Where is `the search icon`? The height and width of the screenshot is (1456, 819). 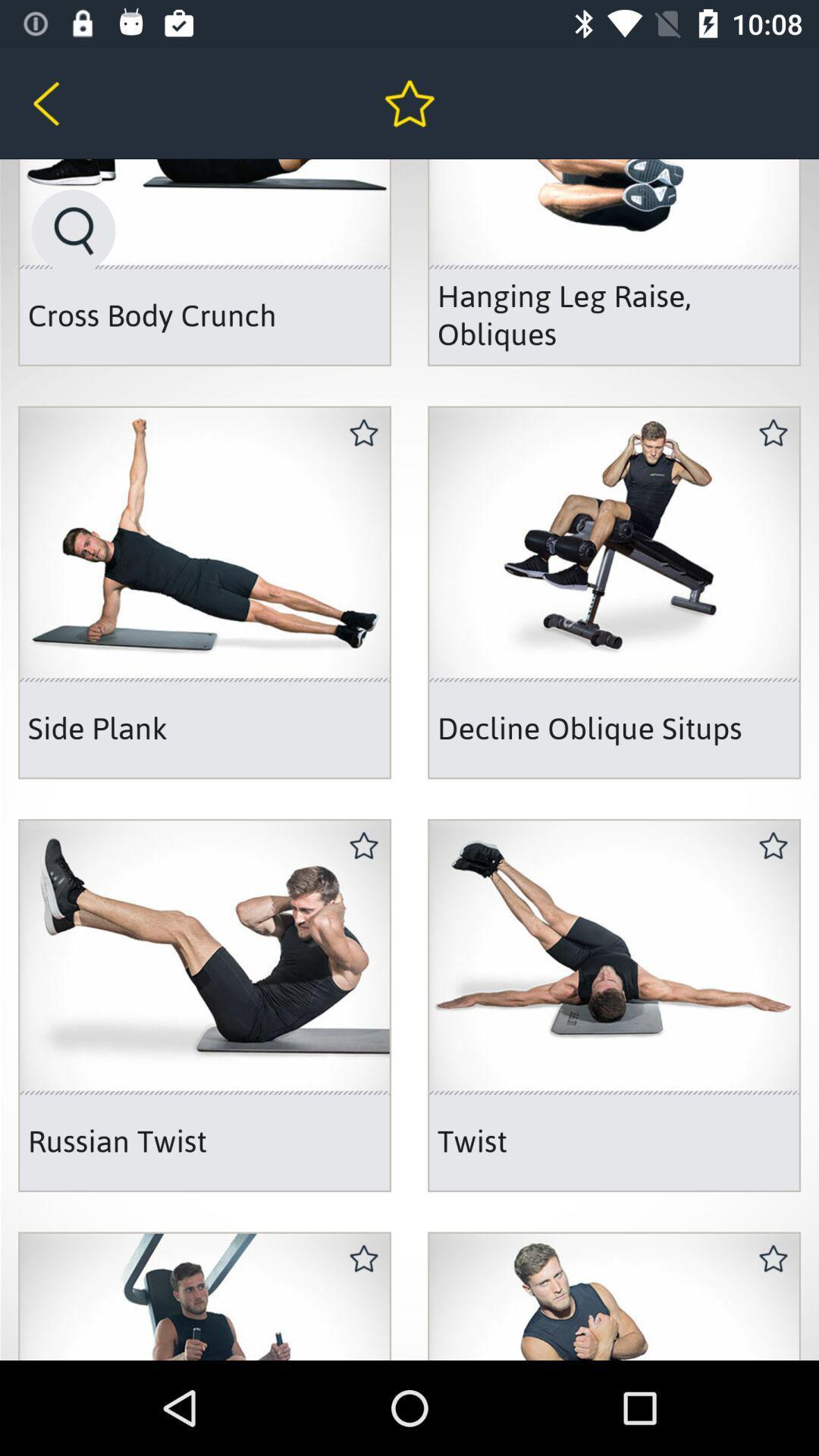
the search icon is located at coordinates (74, 230).